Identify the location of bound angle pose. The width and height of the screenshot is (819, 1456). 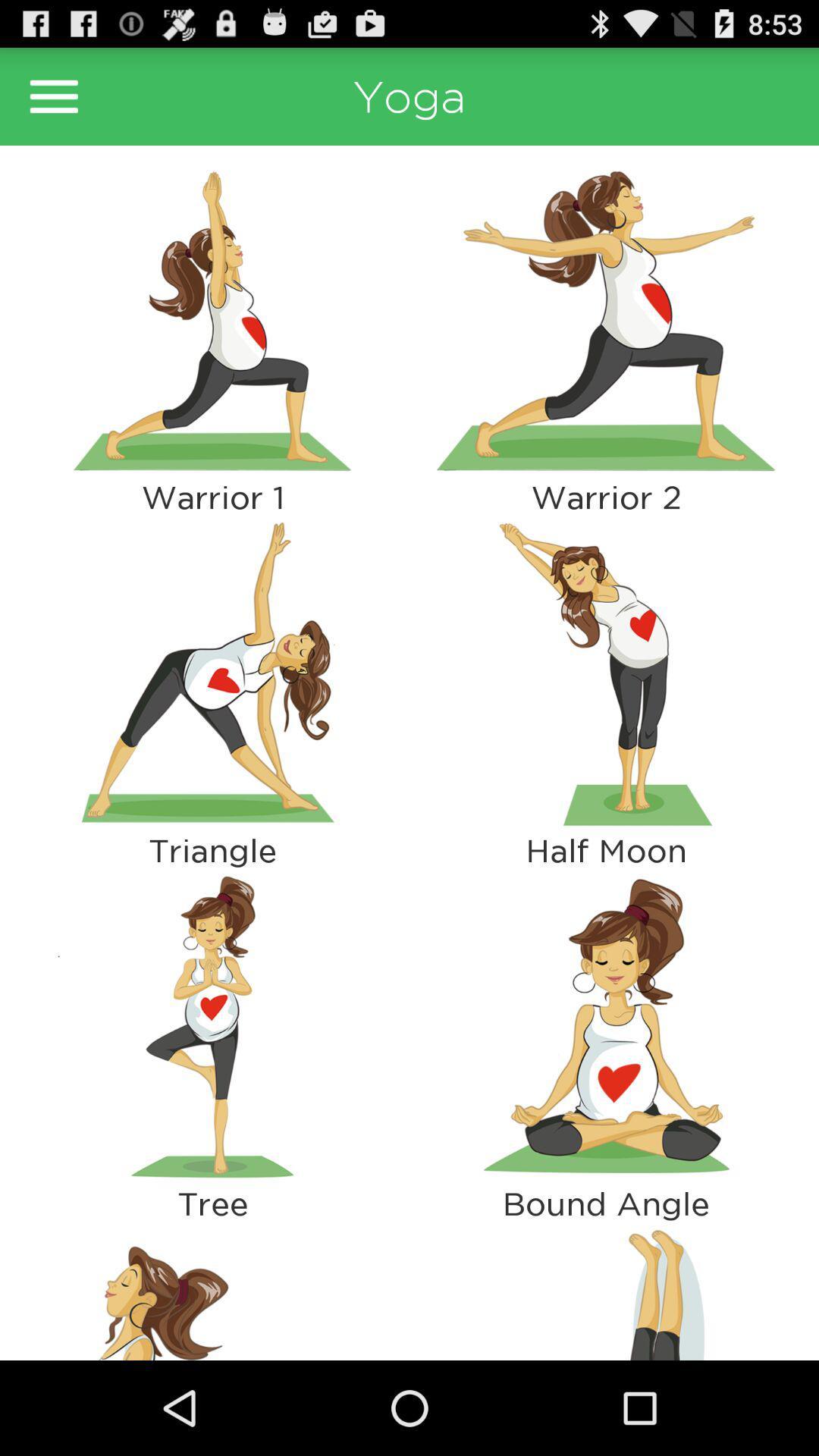
(605, 1027).